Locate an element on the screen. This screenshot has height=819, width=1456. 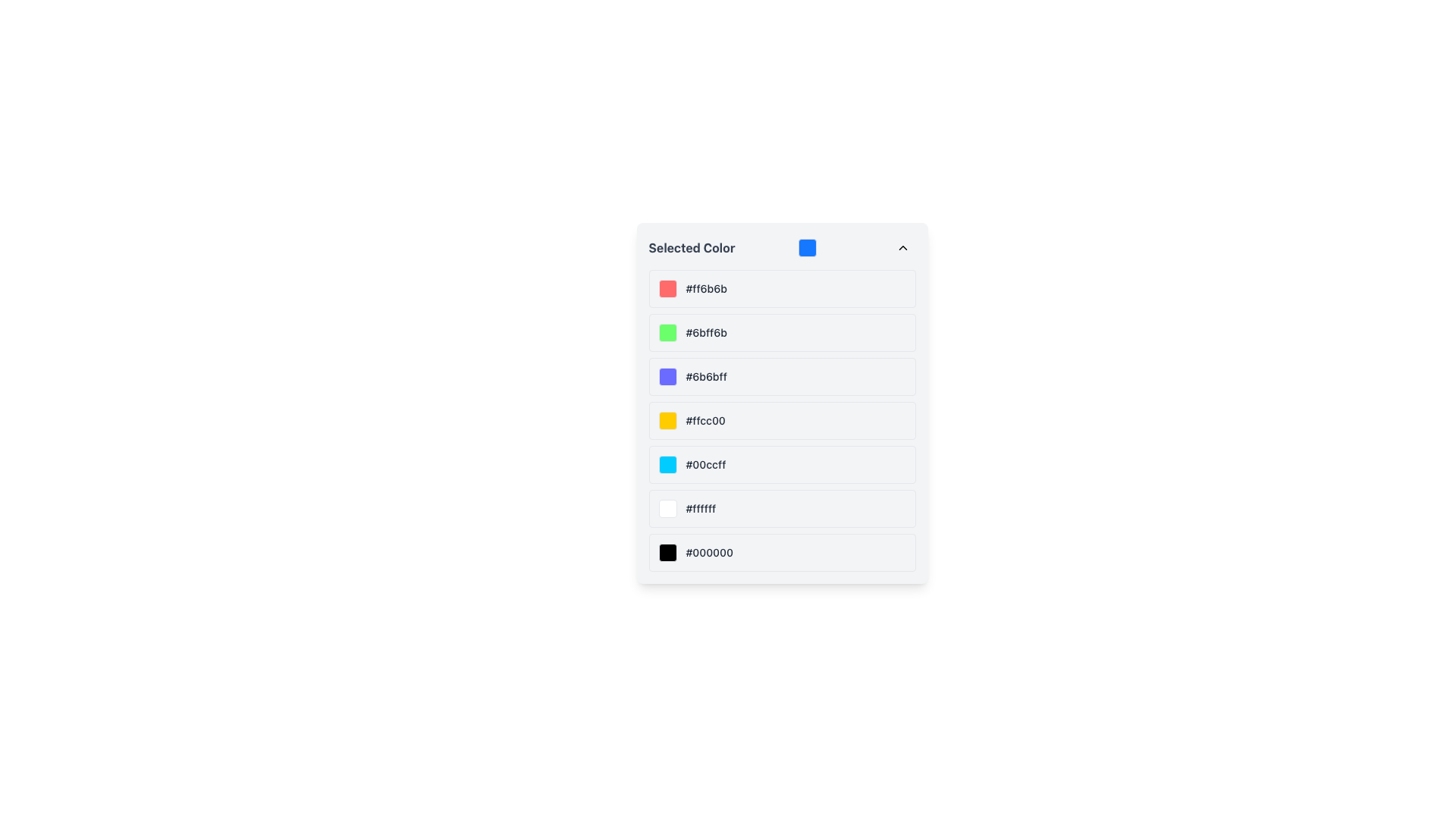
the color selection dropdown menu that displays a blue square swatch is located at coordinates (782, 247).